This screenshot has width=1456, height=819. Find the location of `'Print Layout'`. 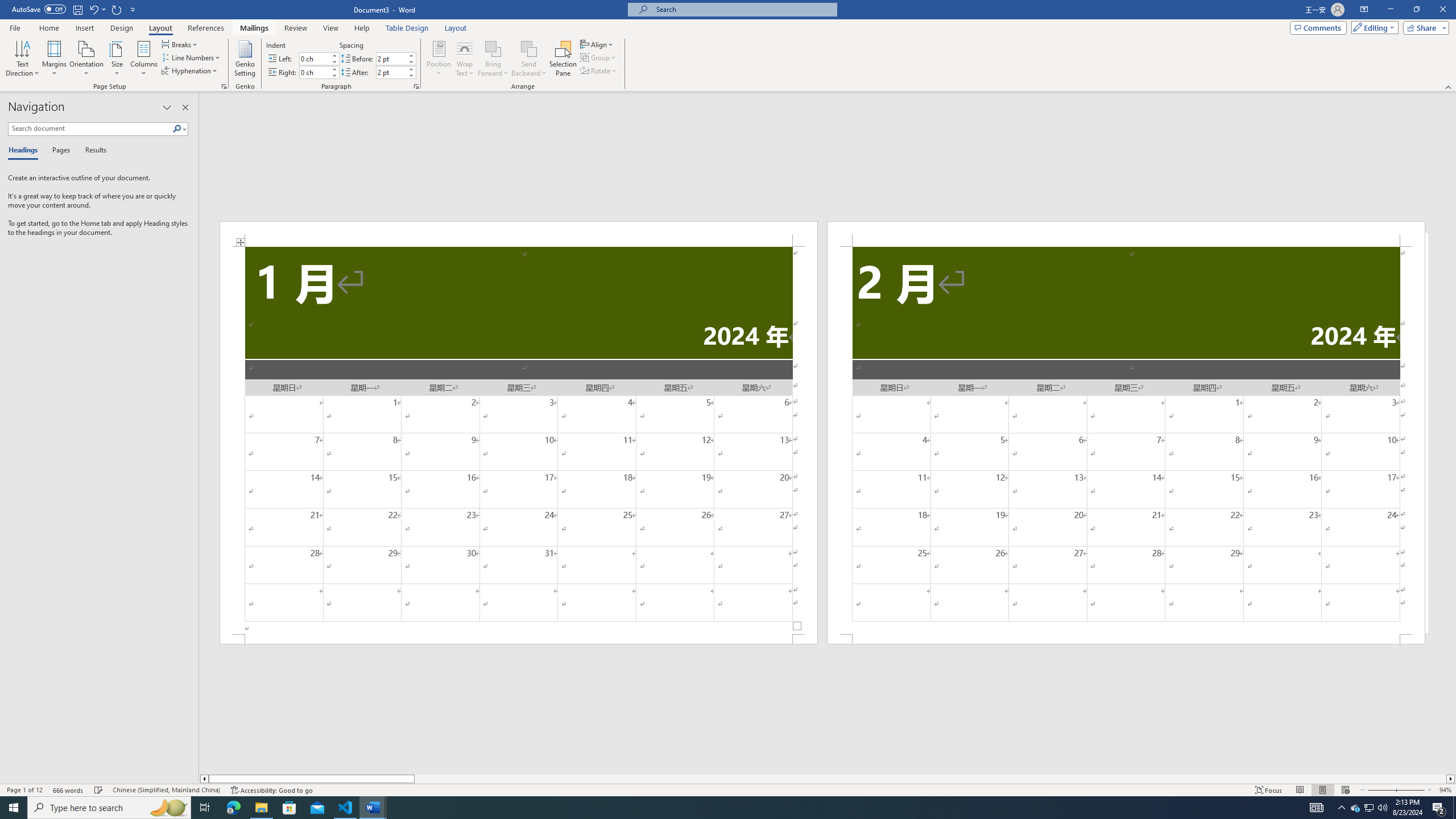

'Print Layout' is located at coordinates (1322, 790).